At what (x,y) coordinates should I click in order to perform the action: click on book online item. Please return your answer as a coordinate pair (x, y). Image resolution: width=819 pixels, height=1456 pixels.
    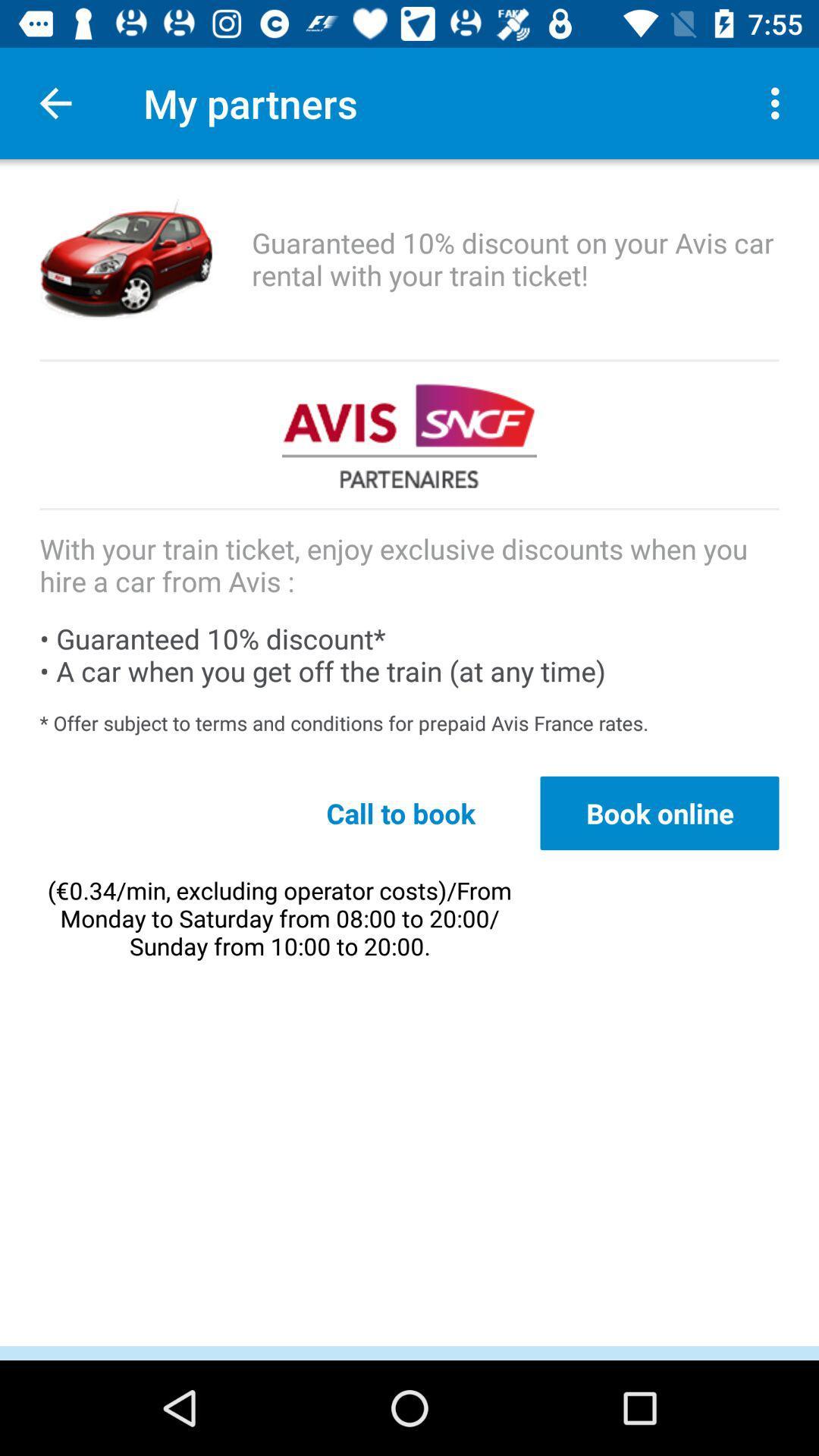
    Looking at the image, I should click on (659, 812).